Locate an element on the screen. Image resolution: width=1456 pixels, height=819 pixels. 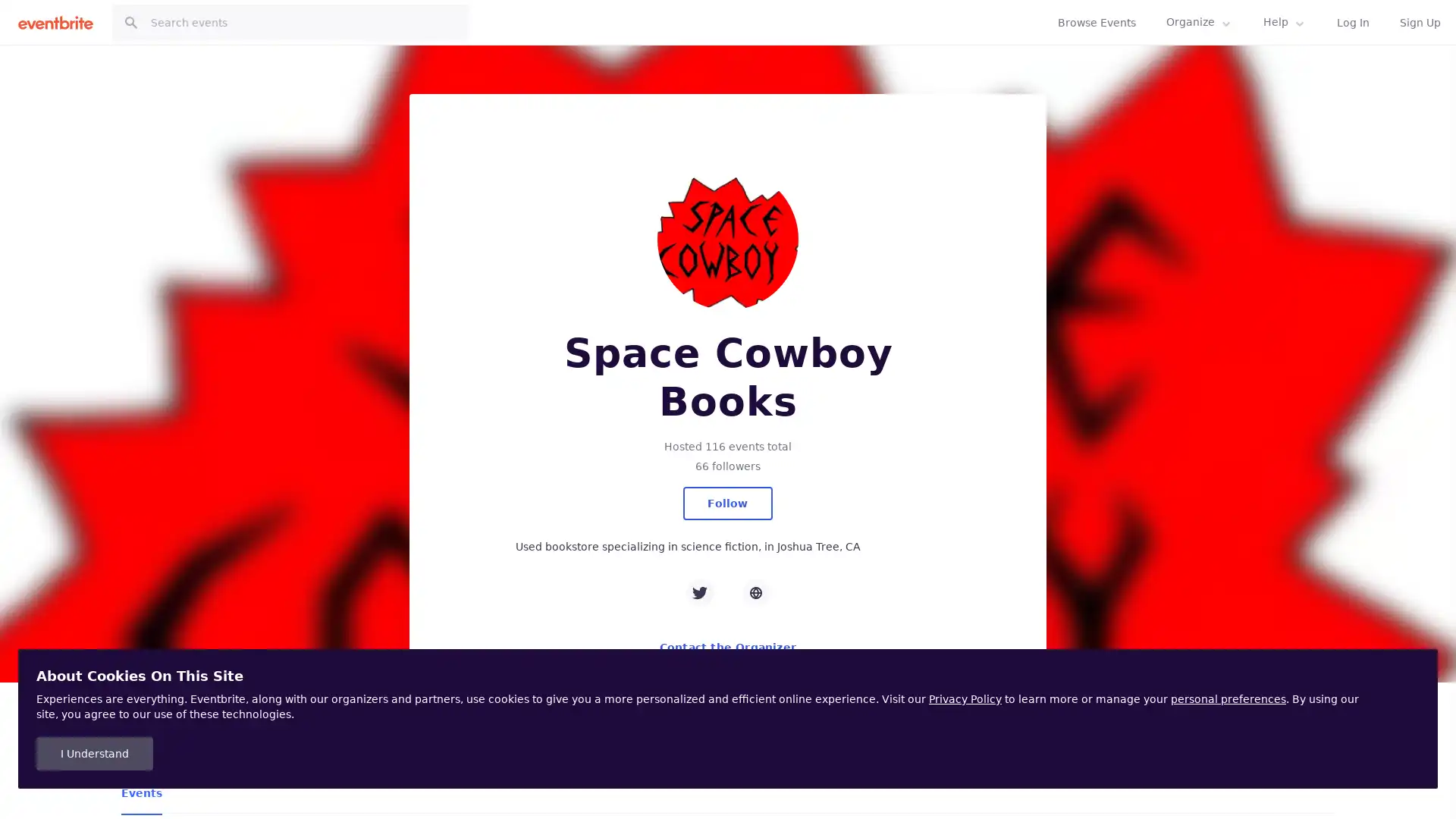
Follow is located at coordinates (726, 503).